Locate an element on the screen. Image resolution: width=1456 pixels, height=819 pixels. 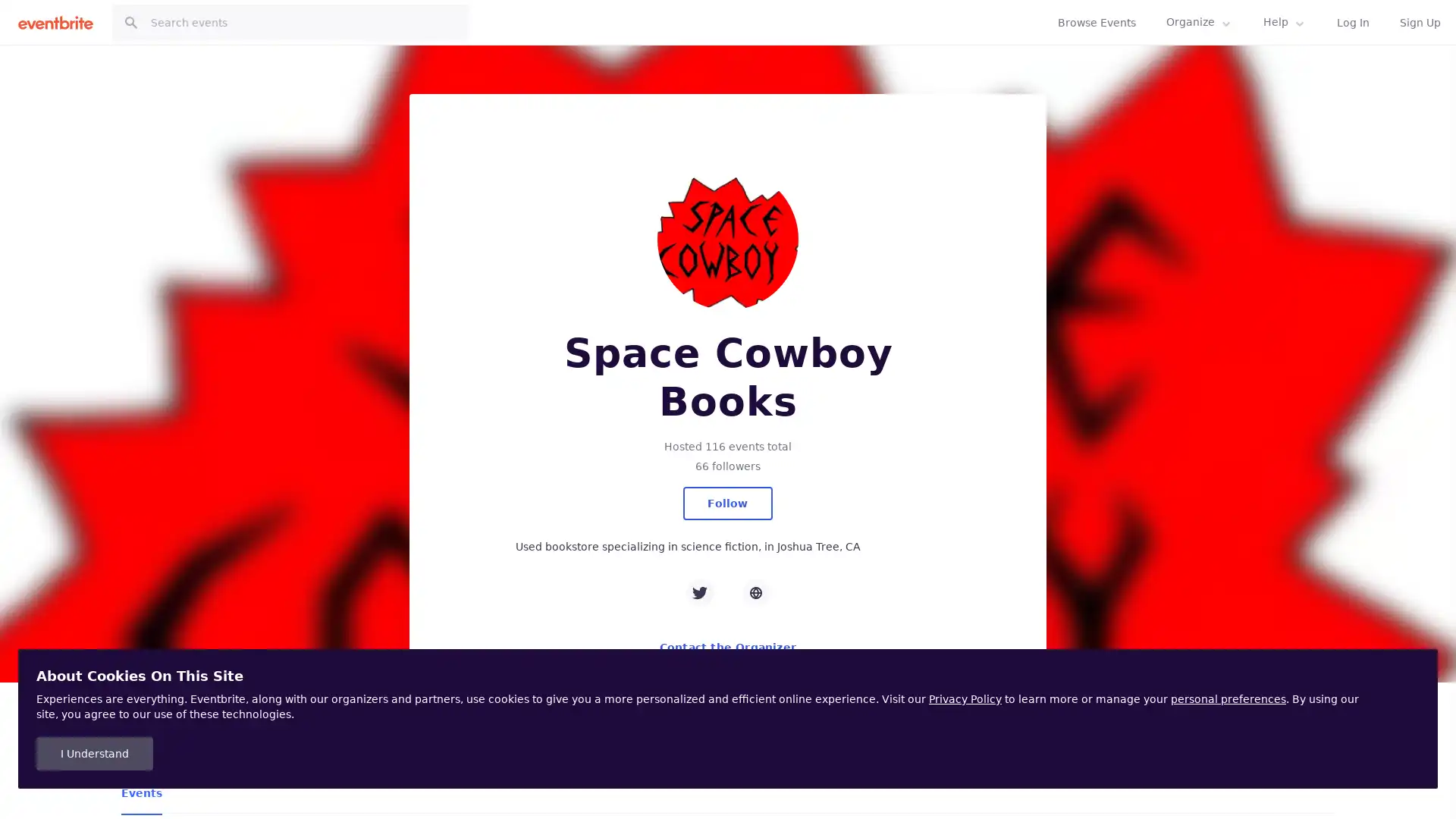
Follow is located at coordinates (726, 503).